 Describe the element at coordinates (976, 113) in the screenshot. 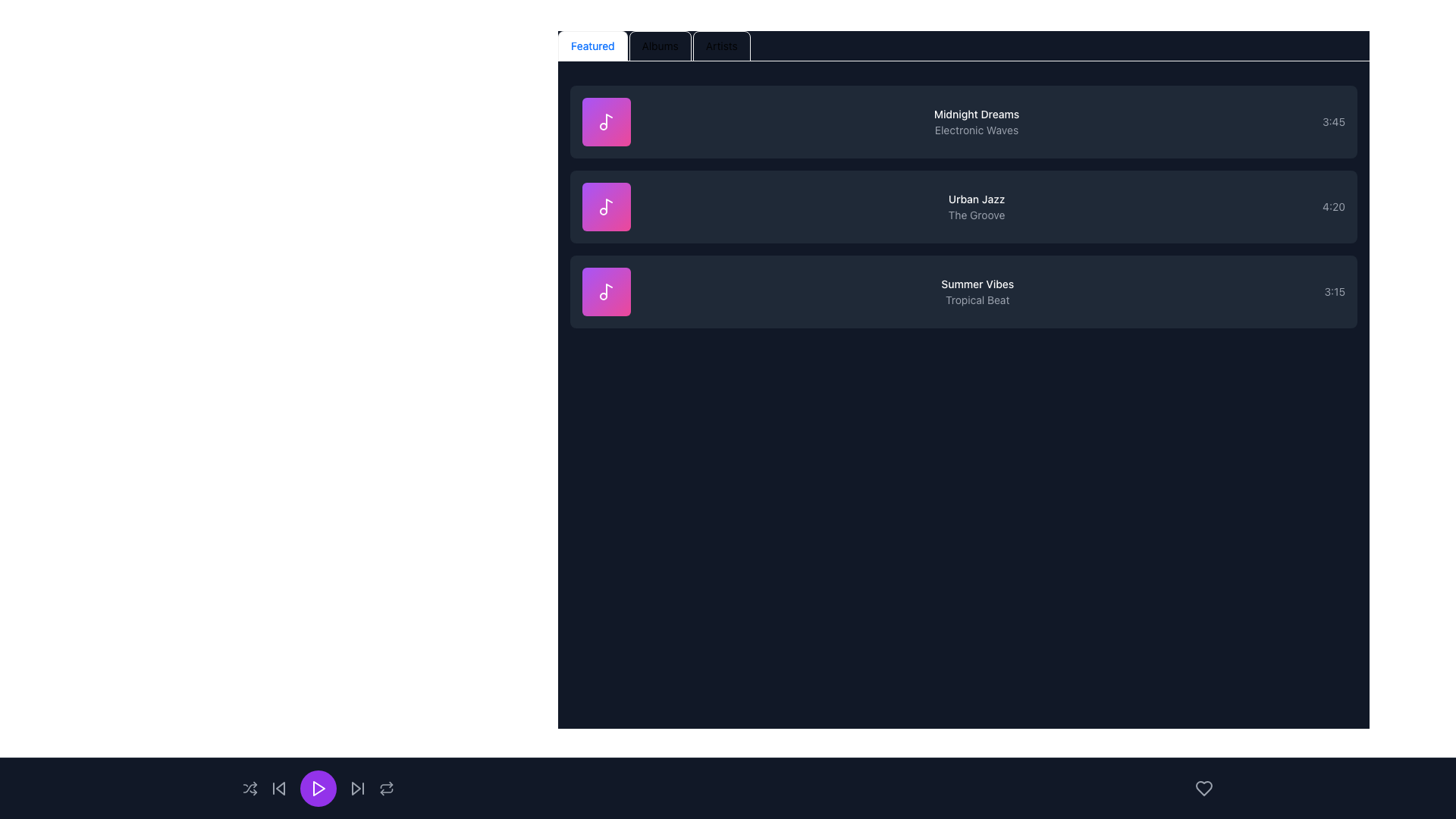

I see `to select the text label that serves as the title for the first list item, positioned above the subtitle 'Electronic Waves'` at that location.